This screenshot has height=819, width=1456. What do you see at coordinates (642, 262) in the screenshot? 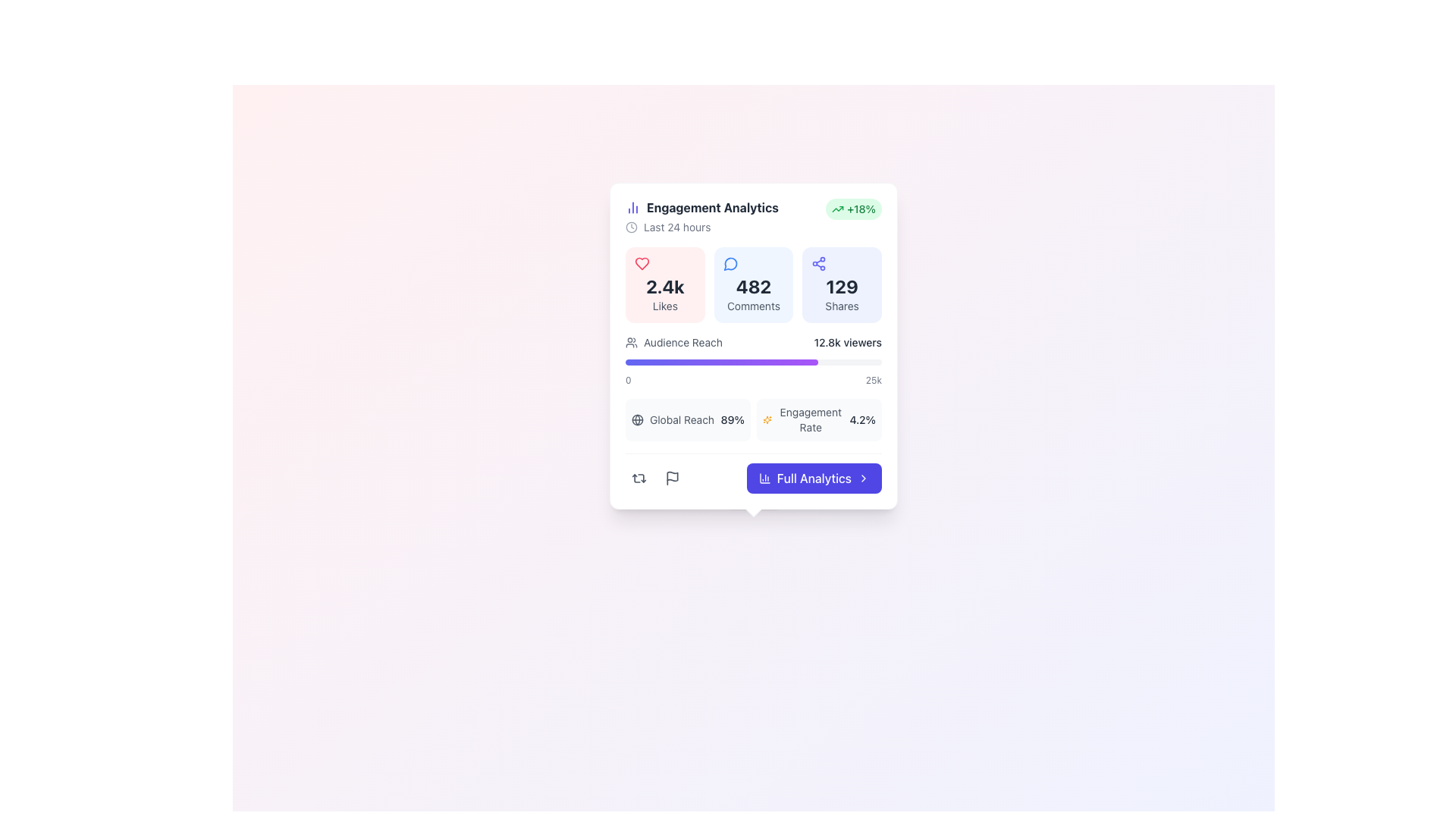
I see `the heart-shaped icon that visually represents the 'Likes' metric, located in the top-left quadrant of the engagement metrics card, just above the 2.4k Likes counter` at bounding box center [642, 262].